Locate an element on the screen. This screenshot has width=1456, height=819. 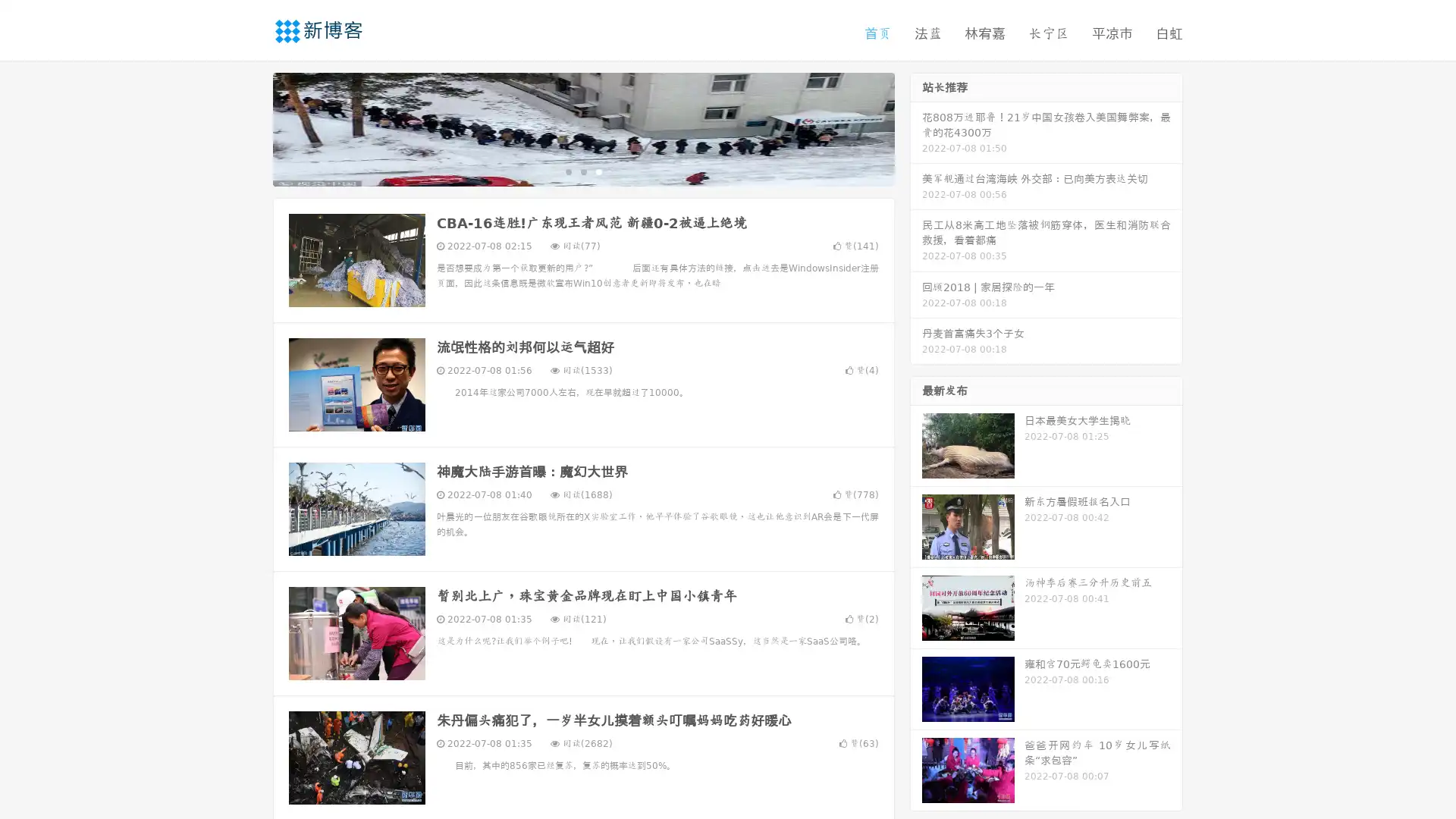
Next slide is located at coordinates (916, 127).